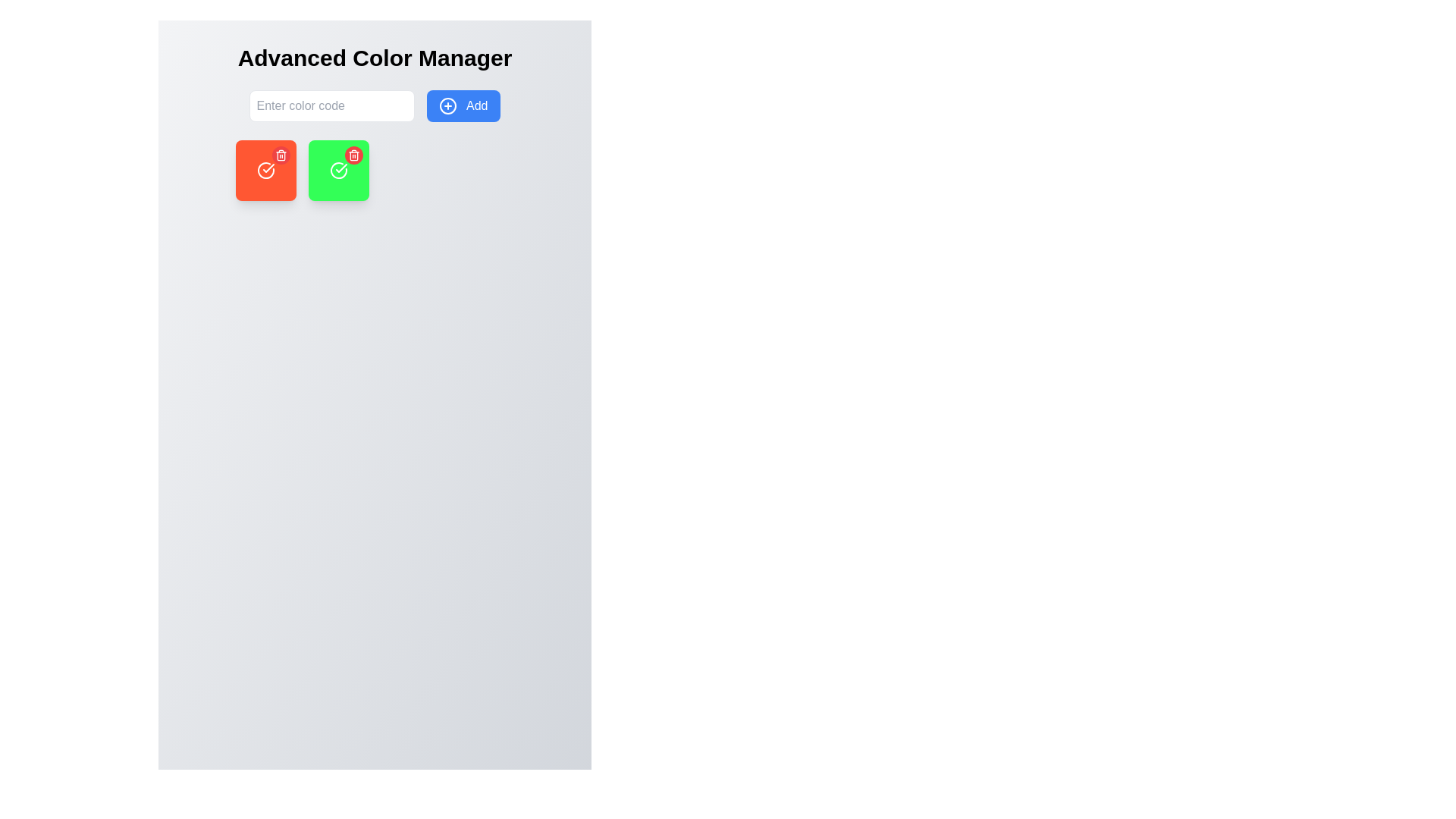  Describe the element at coordinates (337, 170) in the screenshot. I see `the green square button with a checkmark and trash icon` at that location.